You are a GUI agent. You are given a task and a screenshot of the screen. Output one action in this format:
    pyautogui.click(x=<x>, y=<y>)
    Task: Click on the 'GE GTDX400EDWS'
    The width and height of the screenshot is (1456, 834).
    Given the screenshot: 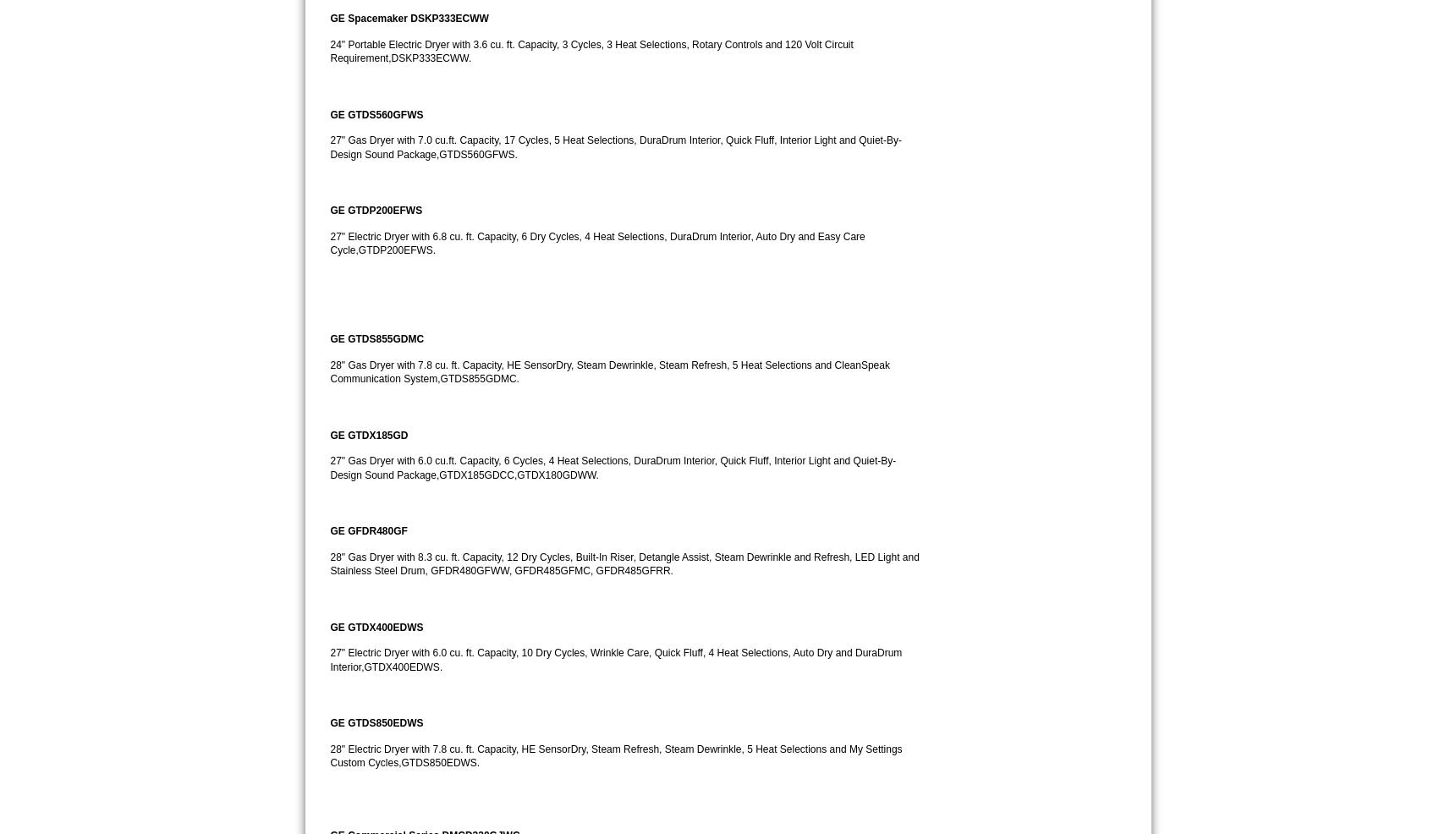 What is the action you would take?
    pyautogui.click(x=376, y=626)
    